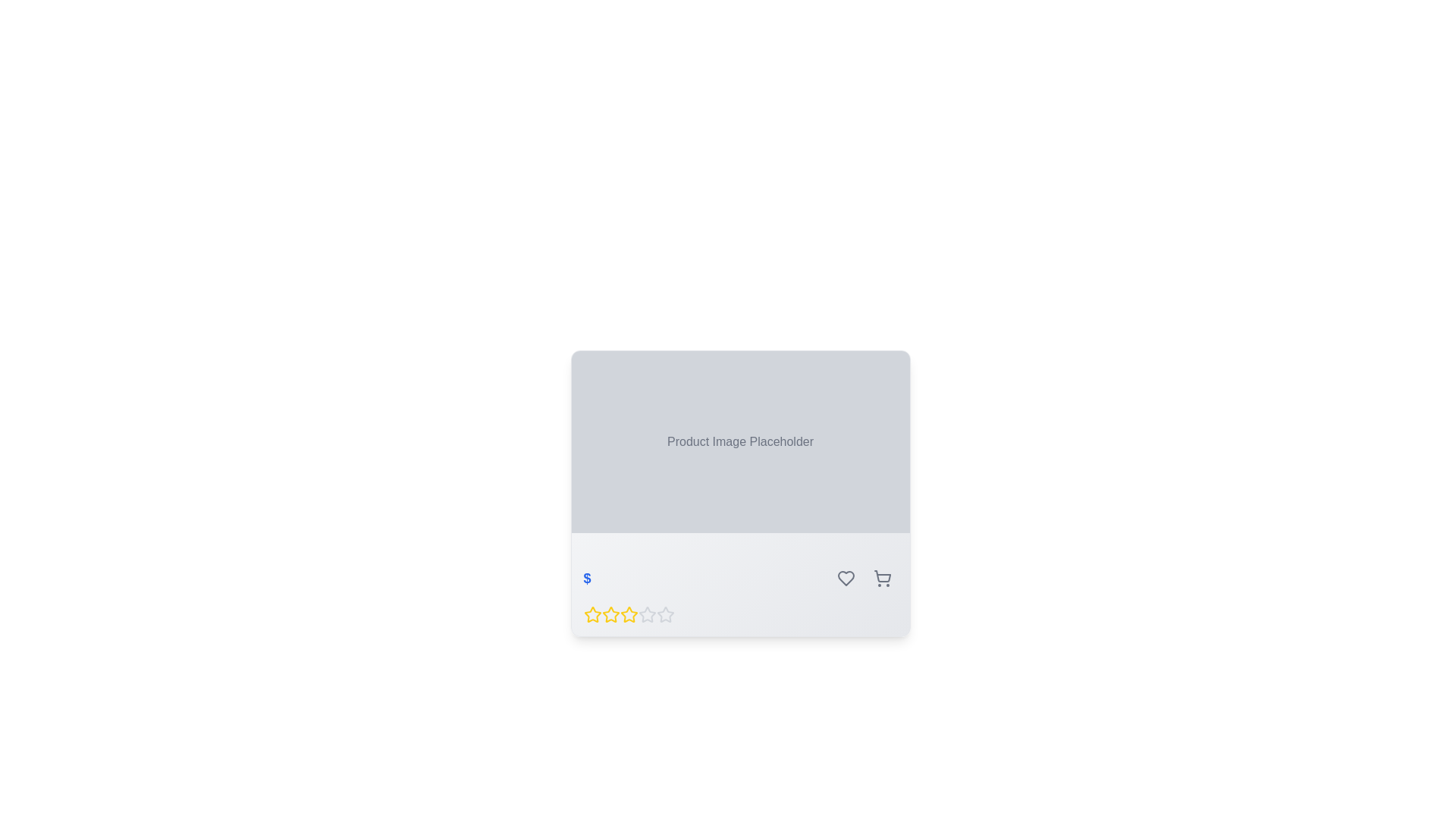 The image size is (1456, 819). Describe the element at coordinates (586, 579) in the screenshot. I see `the monetary amount icon or text symbol, which is located to the far left above the row of rating stars` at that location.